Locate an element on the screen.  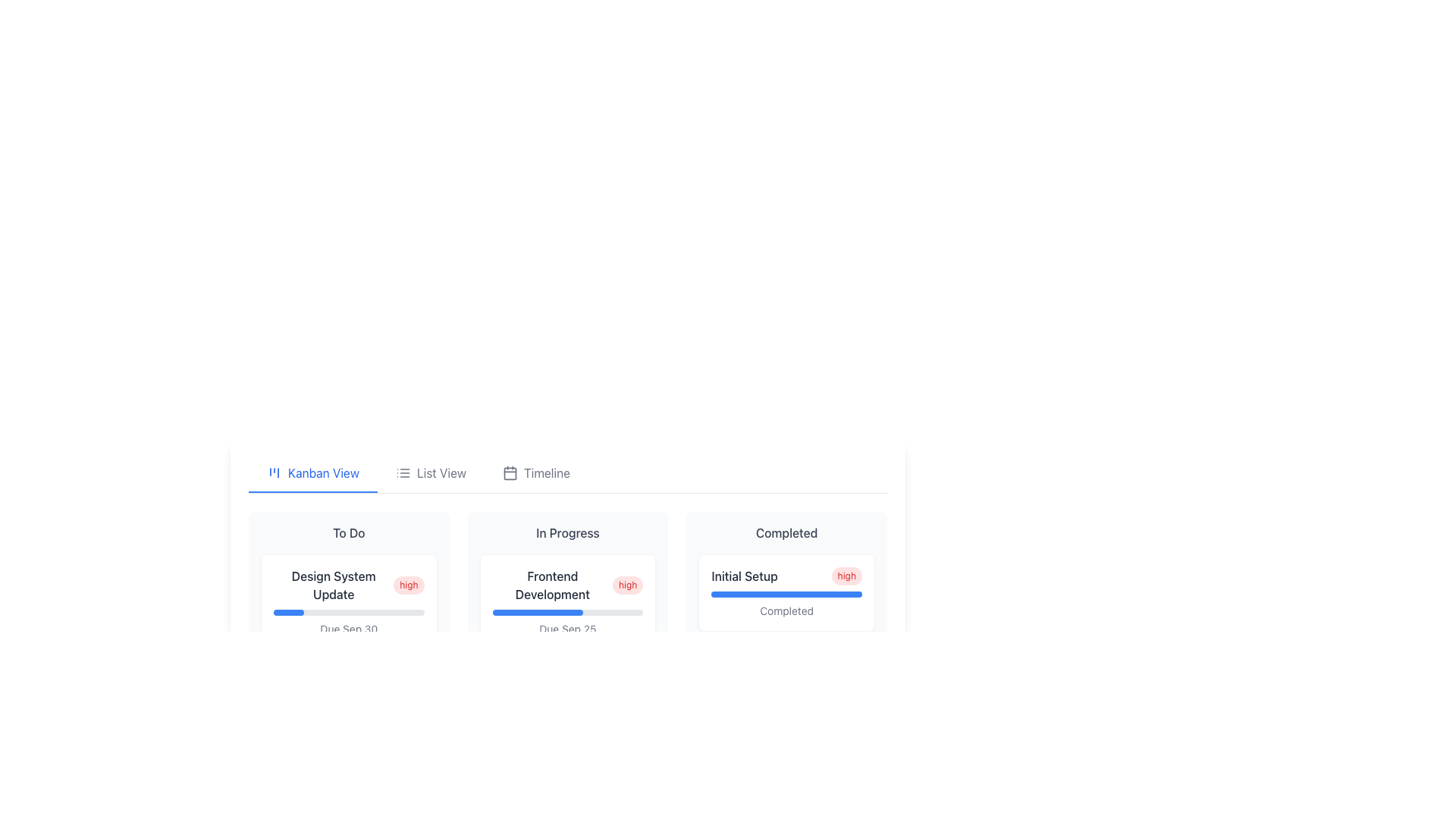
the 'List View' SVG icon, which is part of the button group for view layout options is located at coordinates (403, 472).